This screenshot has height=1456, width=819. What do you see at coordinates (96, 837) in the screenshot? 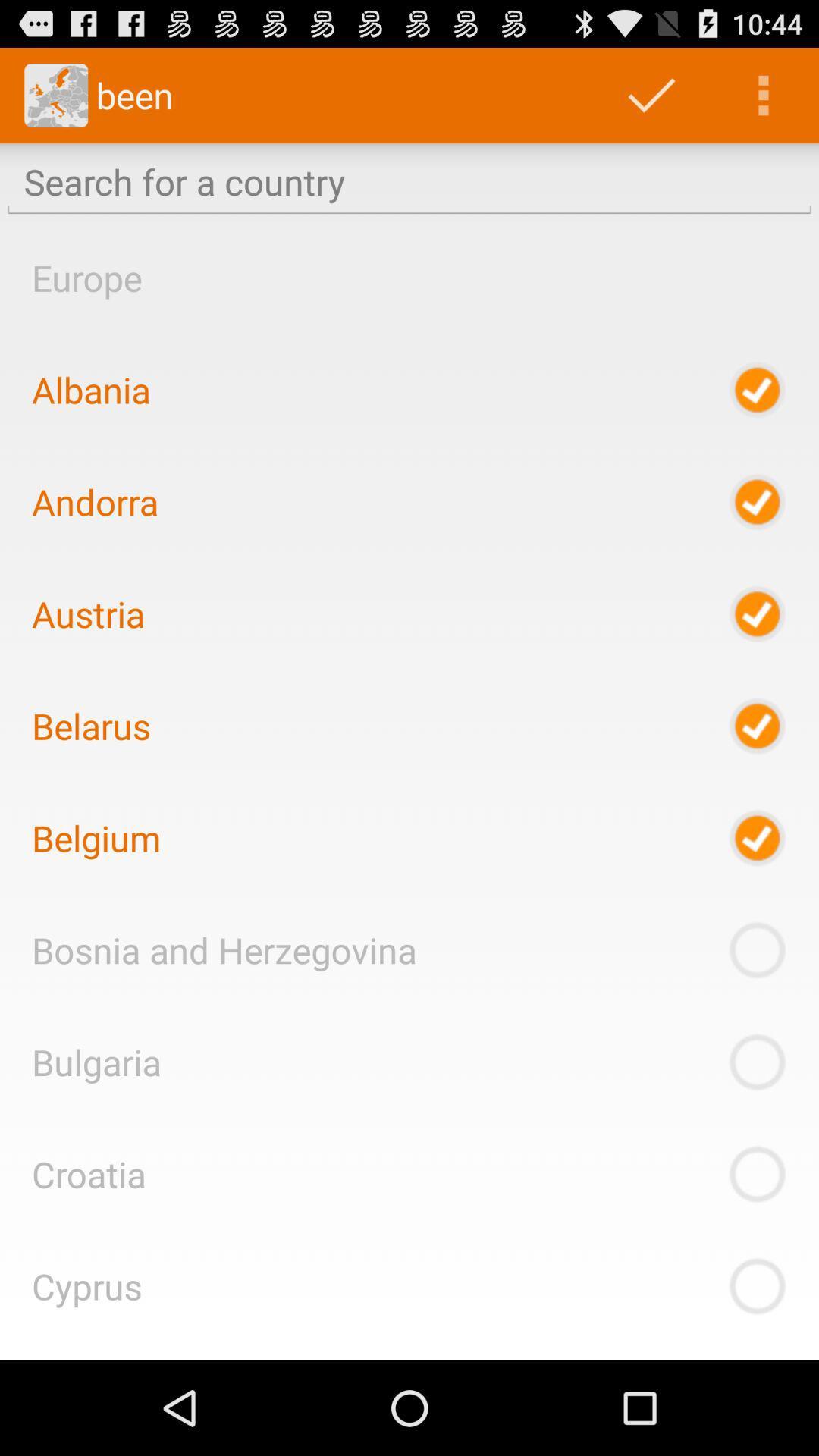
I see `the icon below belarus icon` at bounding box center [96, 837].